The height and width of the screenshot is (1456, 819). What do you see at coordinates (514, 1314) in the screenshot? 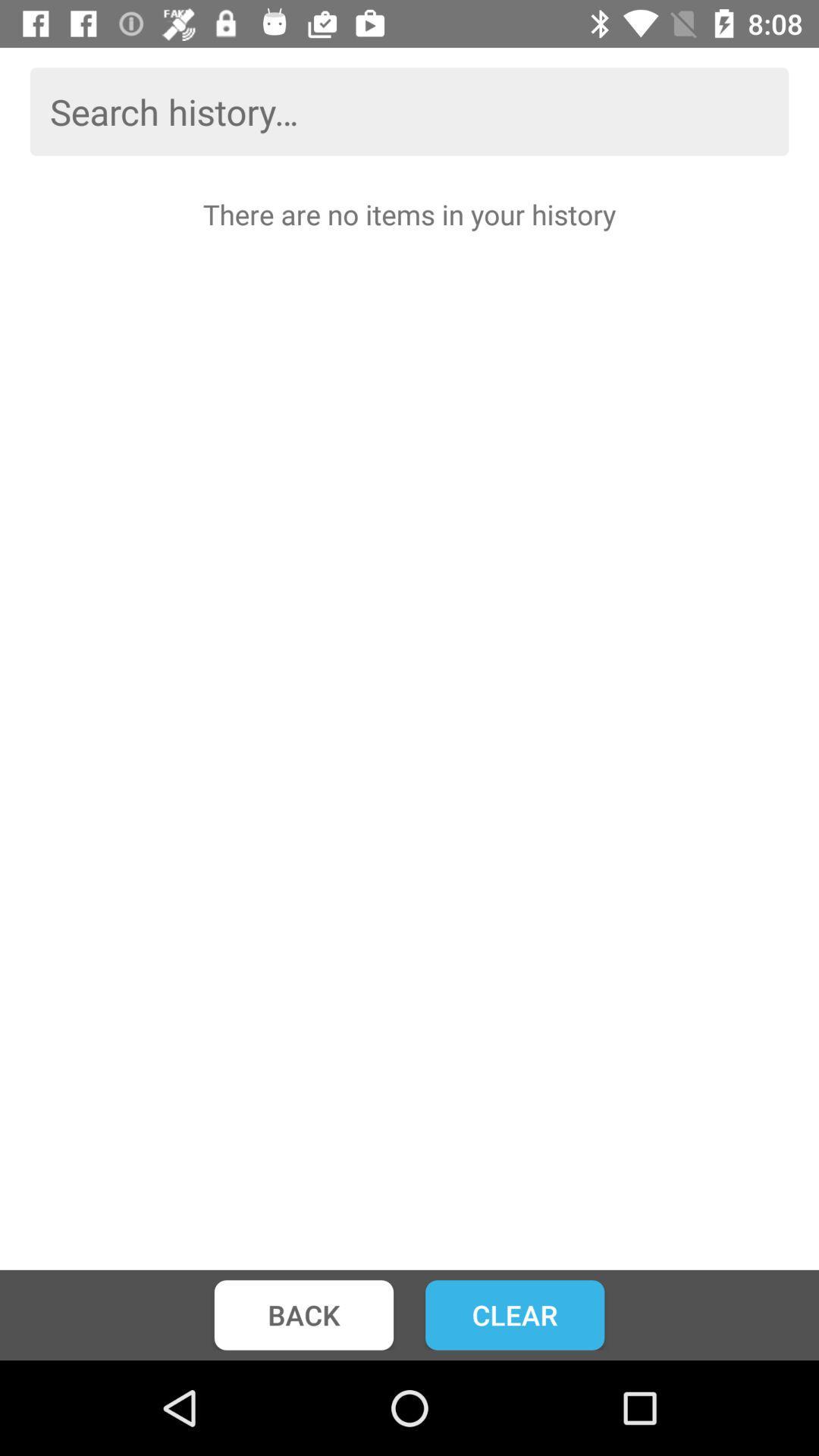
I see `the clear` at bounding box center [514, 1314].